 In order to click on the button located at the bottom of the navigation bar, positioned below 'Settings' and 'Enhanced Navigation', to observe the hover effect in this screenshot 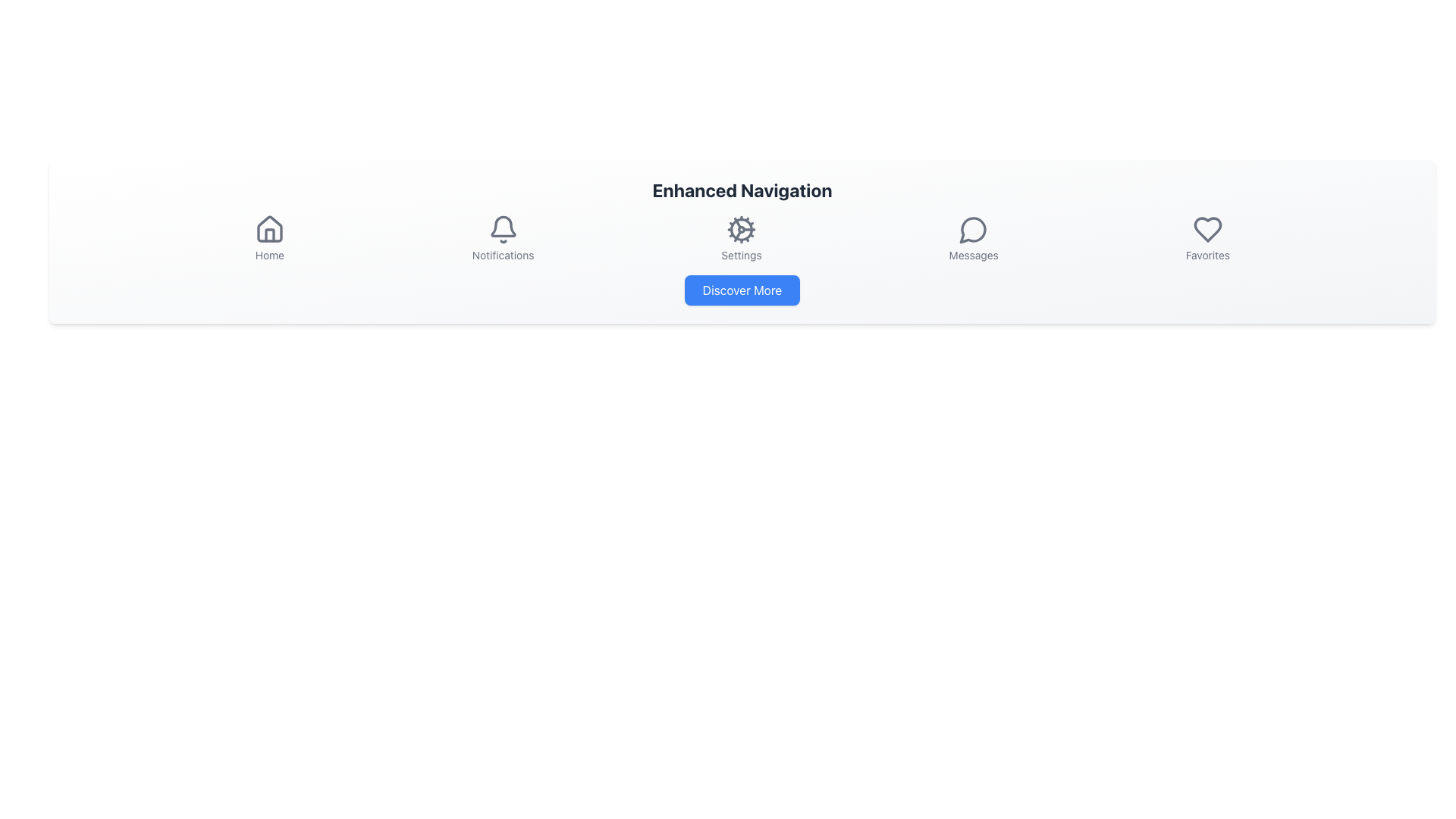, I will do `click(742, 290)`.